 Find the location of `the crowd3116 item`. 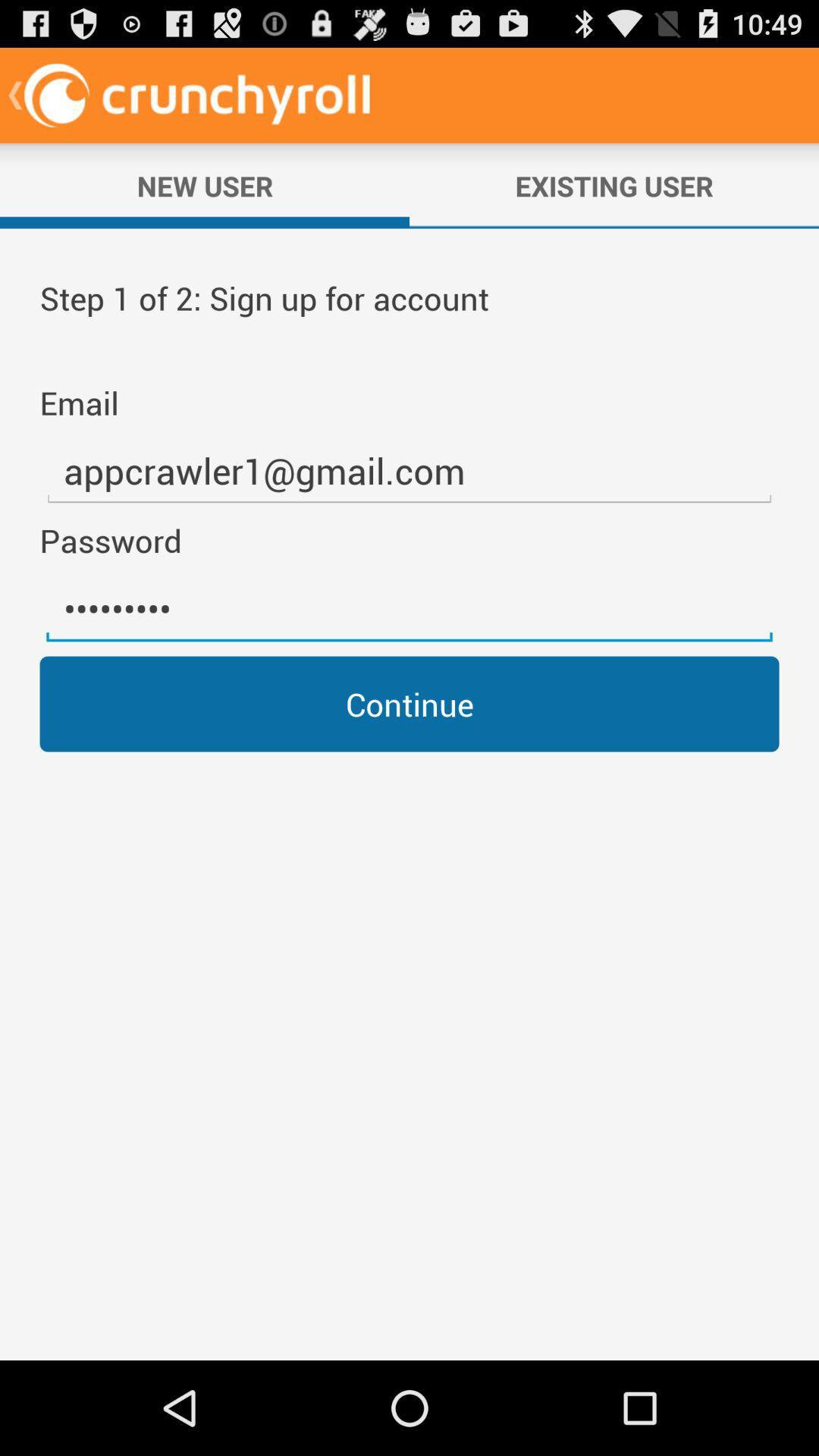

the crowd3116 item is located at coordinates (409, 609).